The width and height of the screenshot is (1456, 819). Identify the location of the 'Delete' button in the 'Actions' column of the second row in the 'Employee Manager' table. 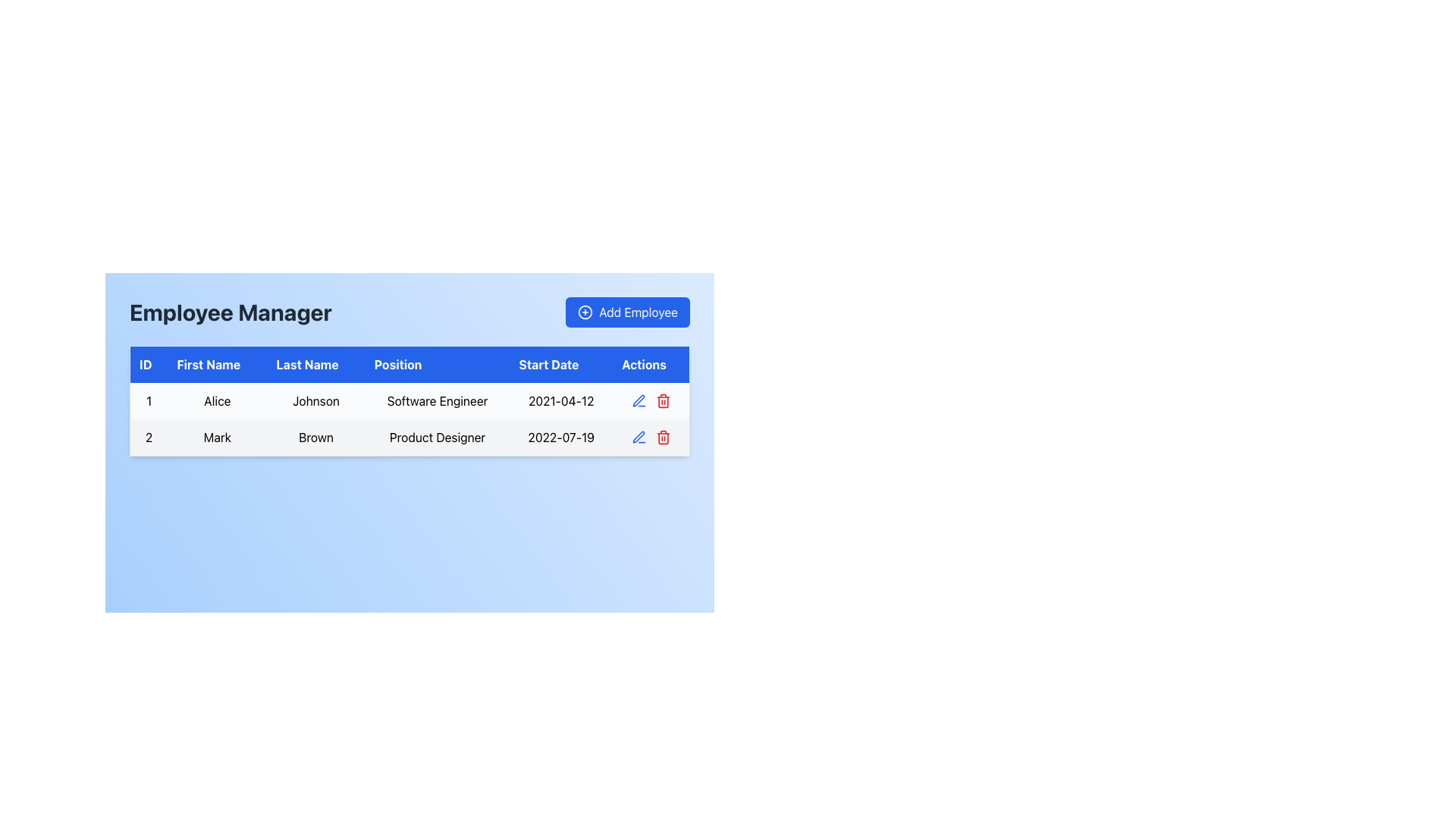
(663, 438).